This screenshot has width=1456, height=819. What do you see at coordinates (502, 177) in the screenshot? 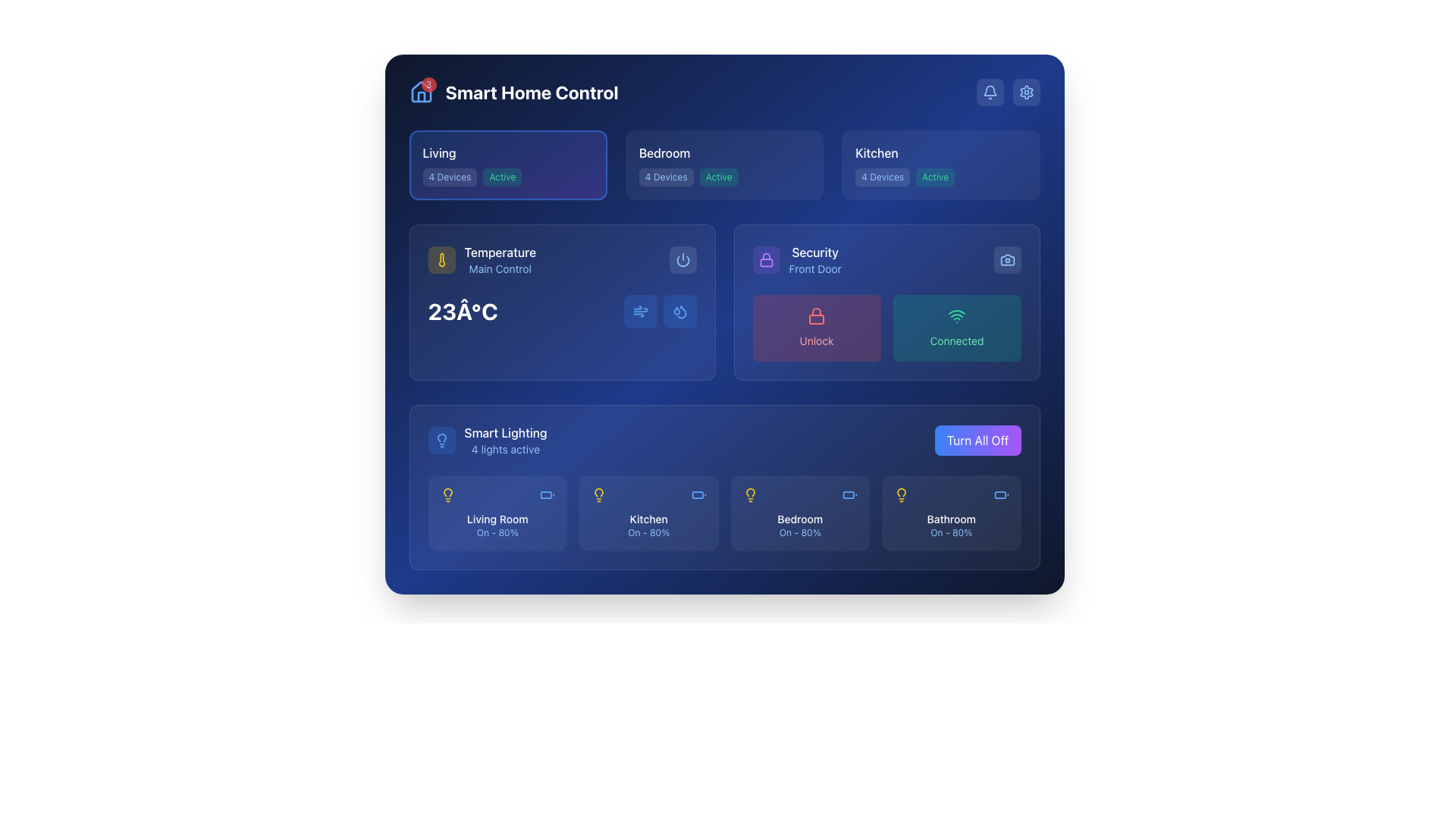
I see `the Status Indicator Badge located immediately to the right of the '4 Devices' badge within the 'Living' section, indicating the active status of the associated system or component` at bounding box center [502, 177].